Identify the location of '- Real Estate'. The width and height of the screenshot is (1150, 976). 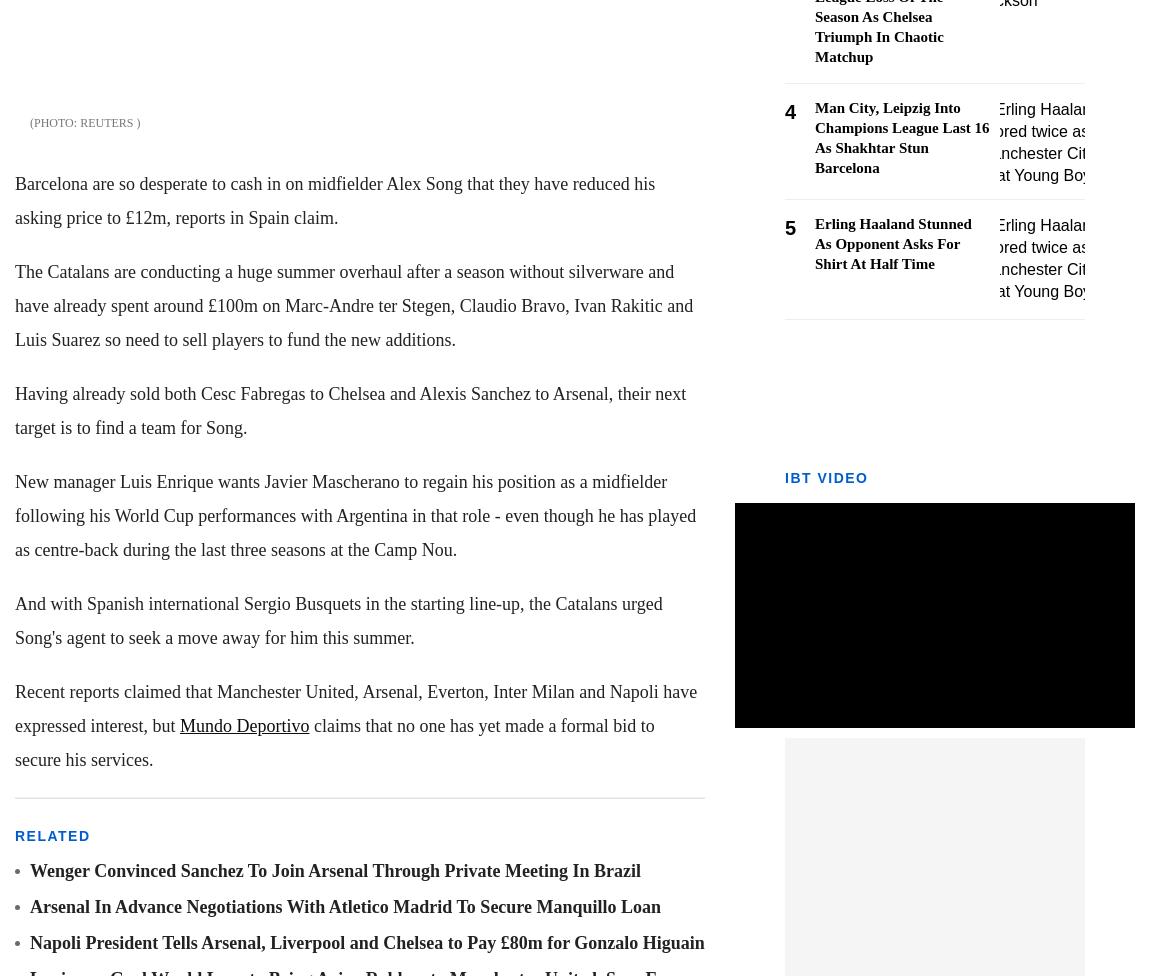
(63, 389).